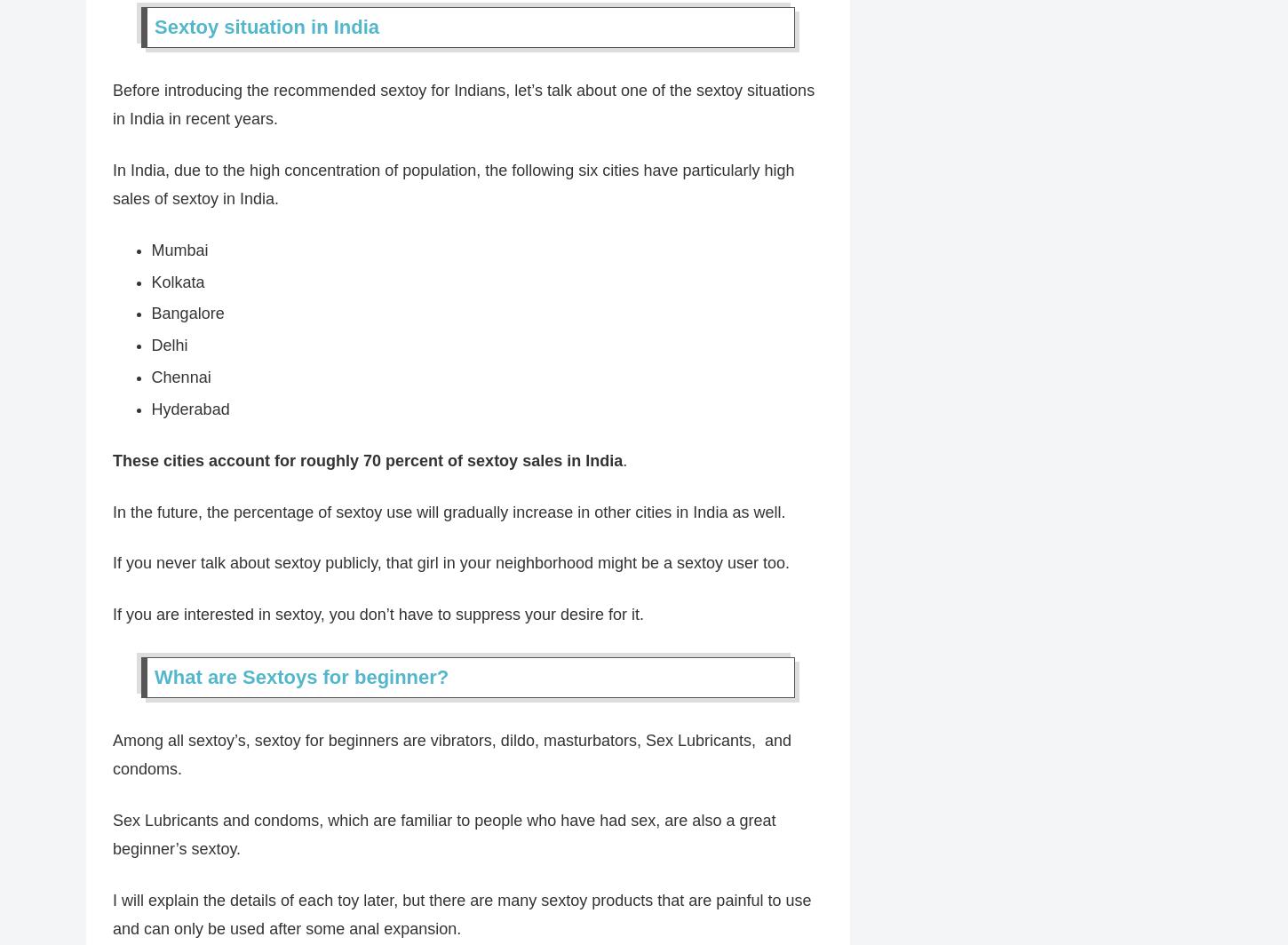 The image size is (1288, 945). What do you see at coordinates (189, 409) in the screenshot?
I see `'Hyderabad'` at bounding box center [189, 409].